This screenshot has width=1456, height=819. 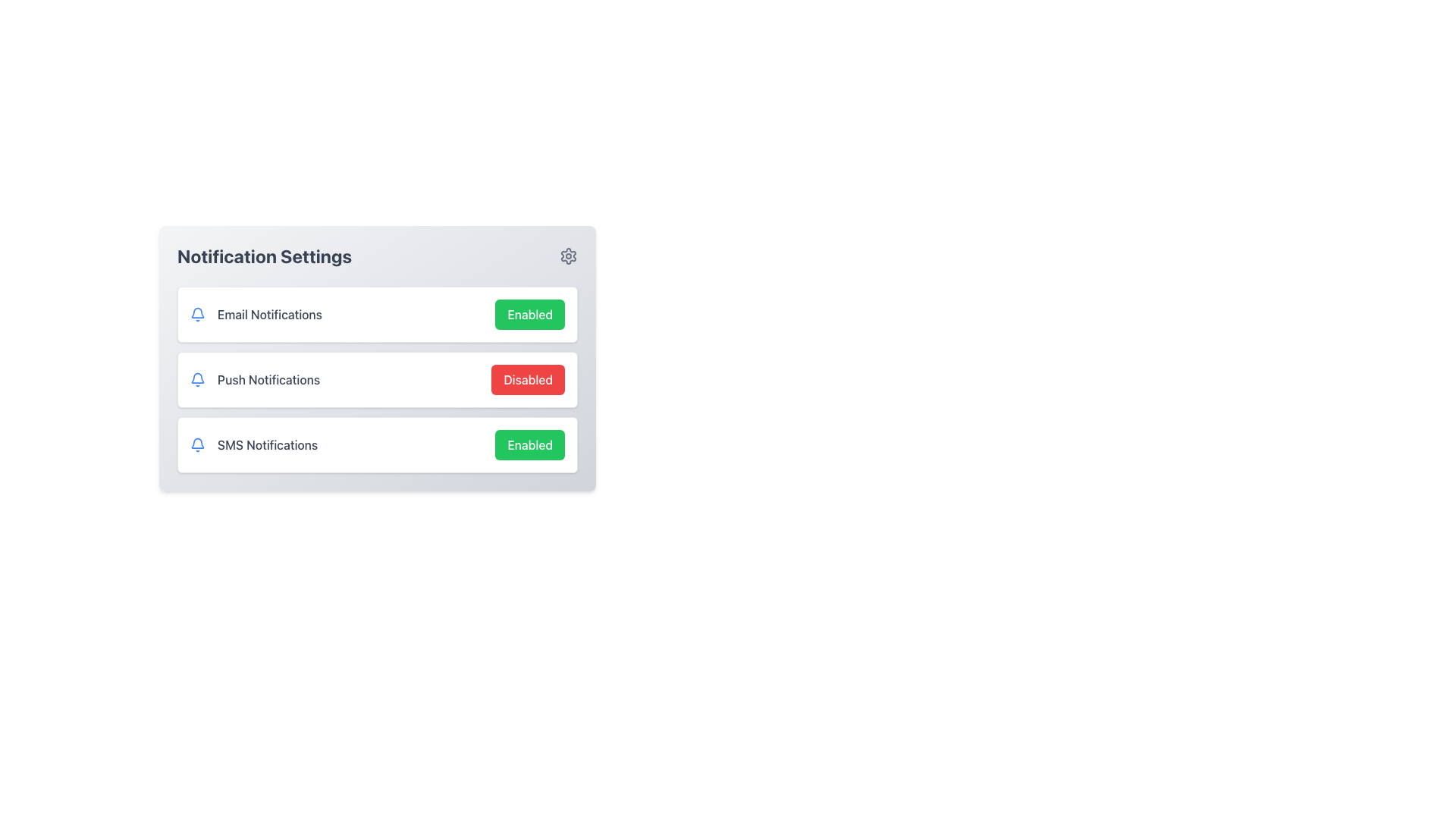 I want to click on the rectangular button with rounded corners, styled in bold red with white text reading 'Disabled', located to the far right within the 'Push Notifications' row, so click(x=528, y=379).